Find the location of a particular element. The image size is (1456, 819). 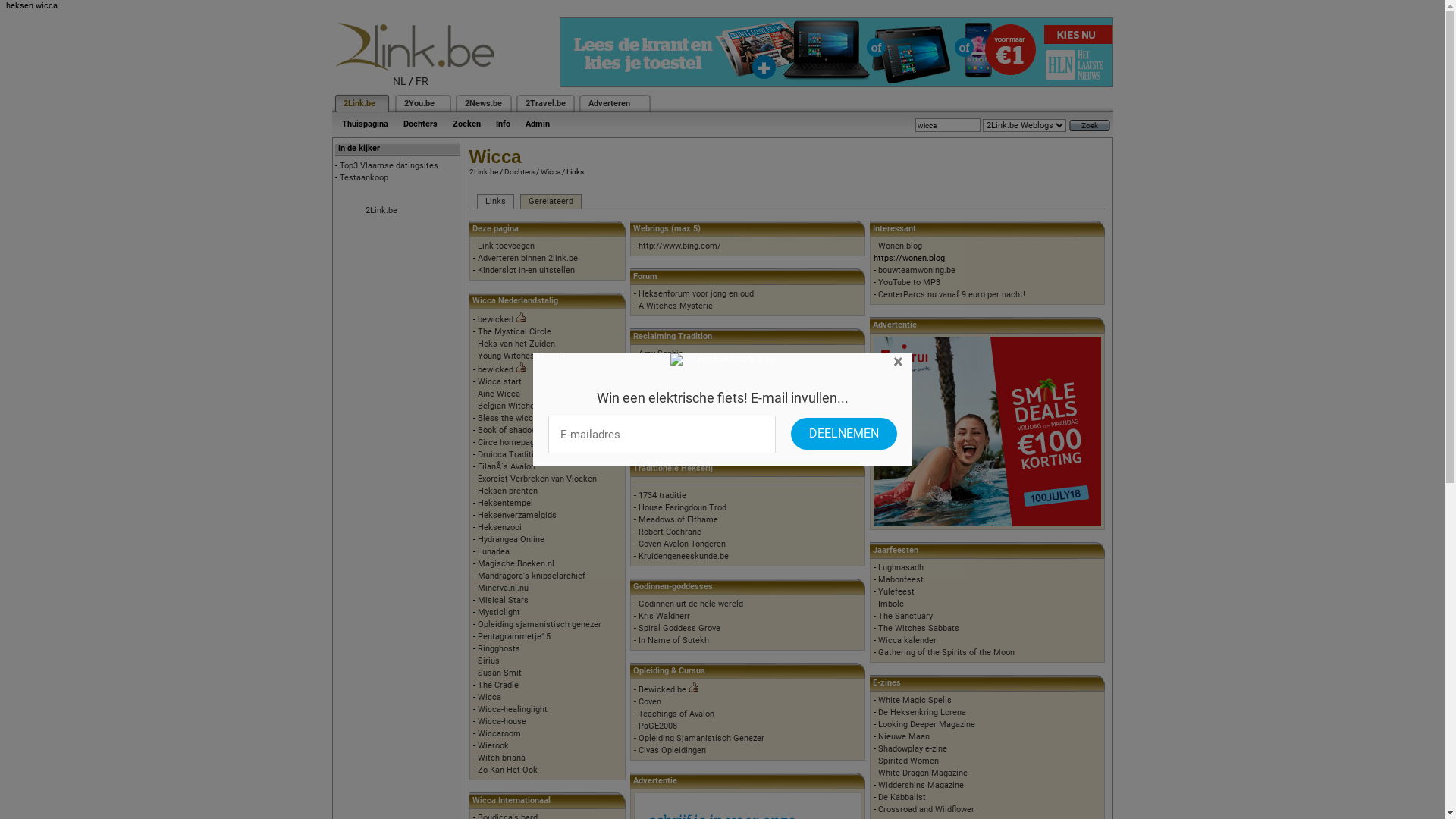

'Meadows of Elfhame' is located at coordinates (638, 519).